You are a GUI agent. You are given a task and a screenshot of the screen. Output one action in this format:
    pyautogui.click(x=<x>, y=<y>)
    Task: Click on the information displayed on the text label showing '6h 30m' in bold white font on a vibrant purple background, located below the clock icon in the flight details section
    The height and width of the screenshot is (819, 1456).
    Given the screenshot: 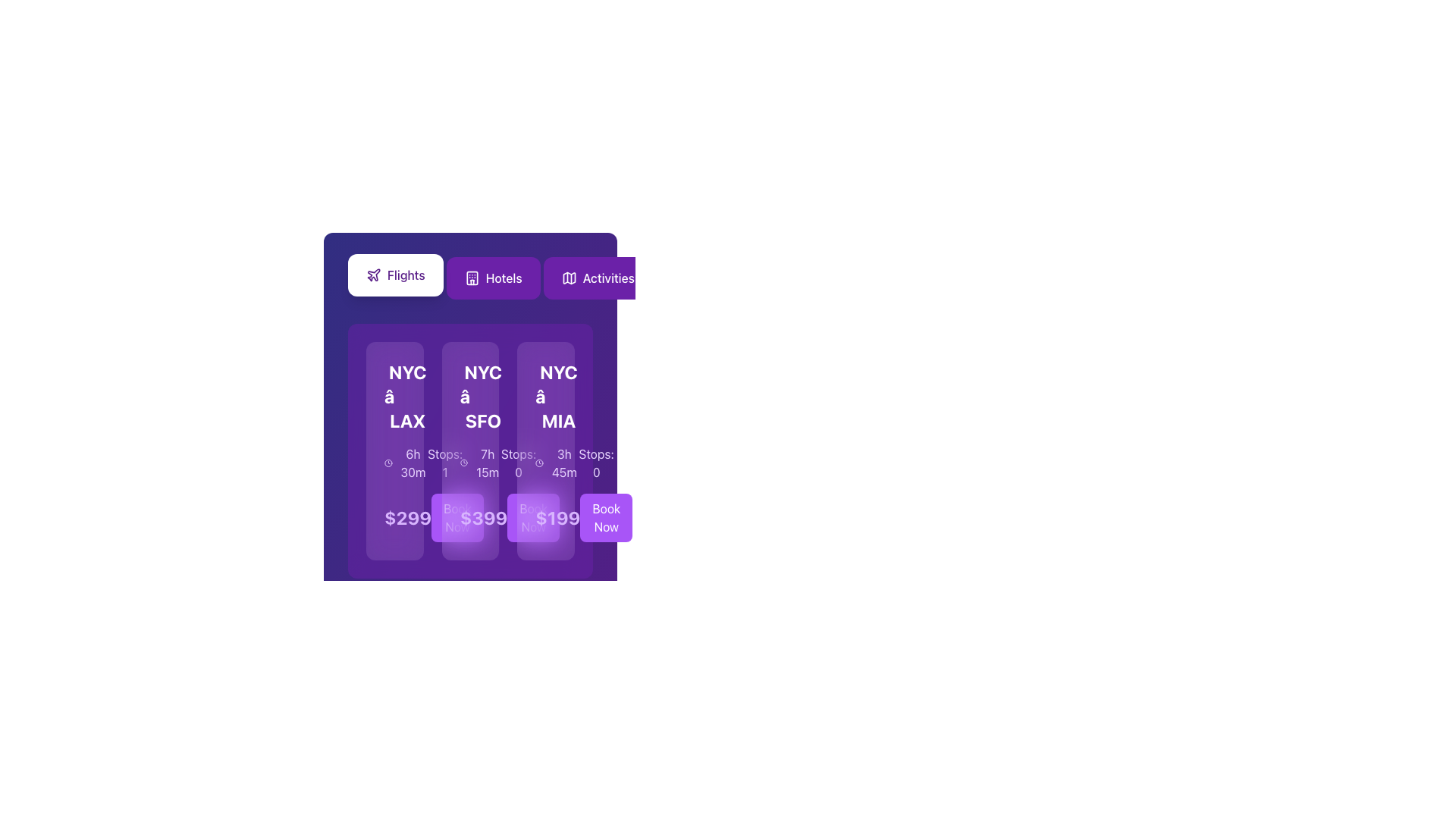 What is the action you would take?
    pyautogui.click(x=413, y=462)
    